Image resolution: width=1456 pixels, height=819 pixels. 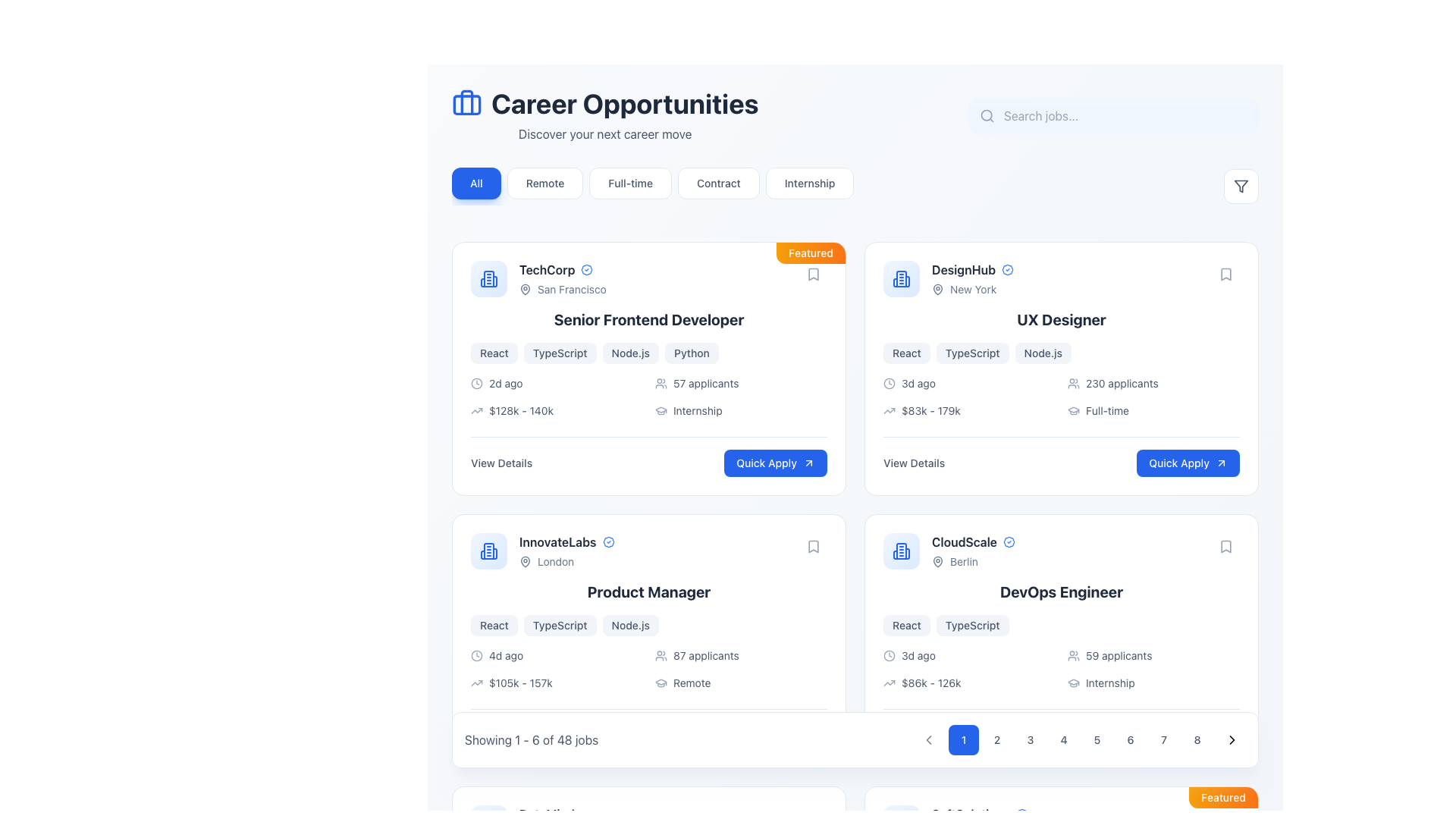 I want to click on the blue briefcase icon located to the left of the 'Career Opportunities' header text, which features a rounded handle and smooth edges, symbolizing career or professional opportunities, so click(x=466, y=103).